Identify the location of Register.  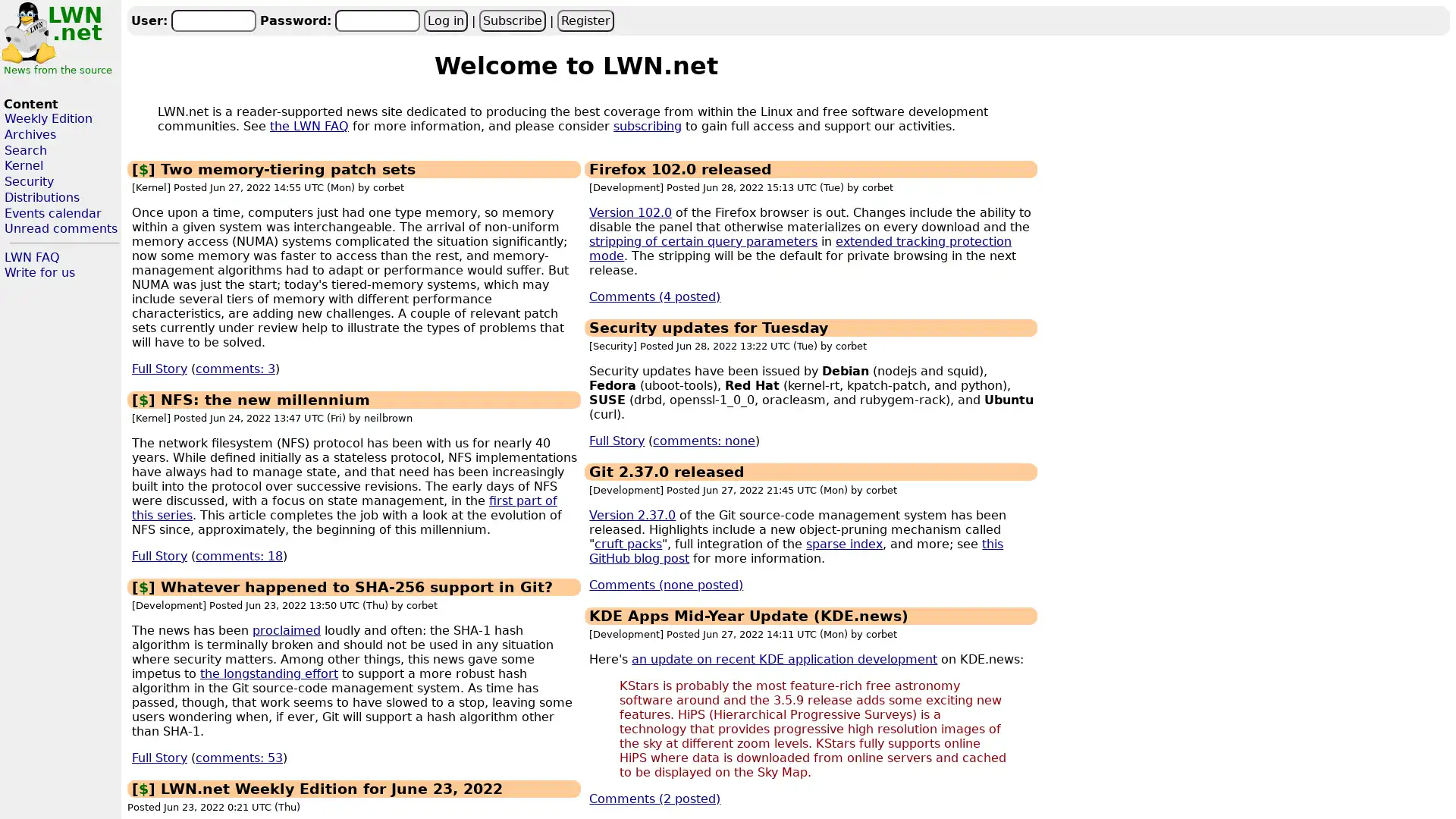
(584, 20).